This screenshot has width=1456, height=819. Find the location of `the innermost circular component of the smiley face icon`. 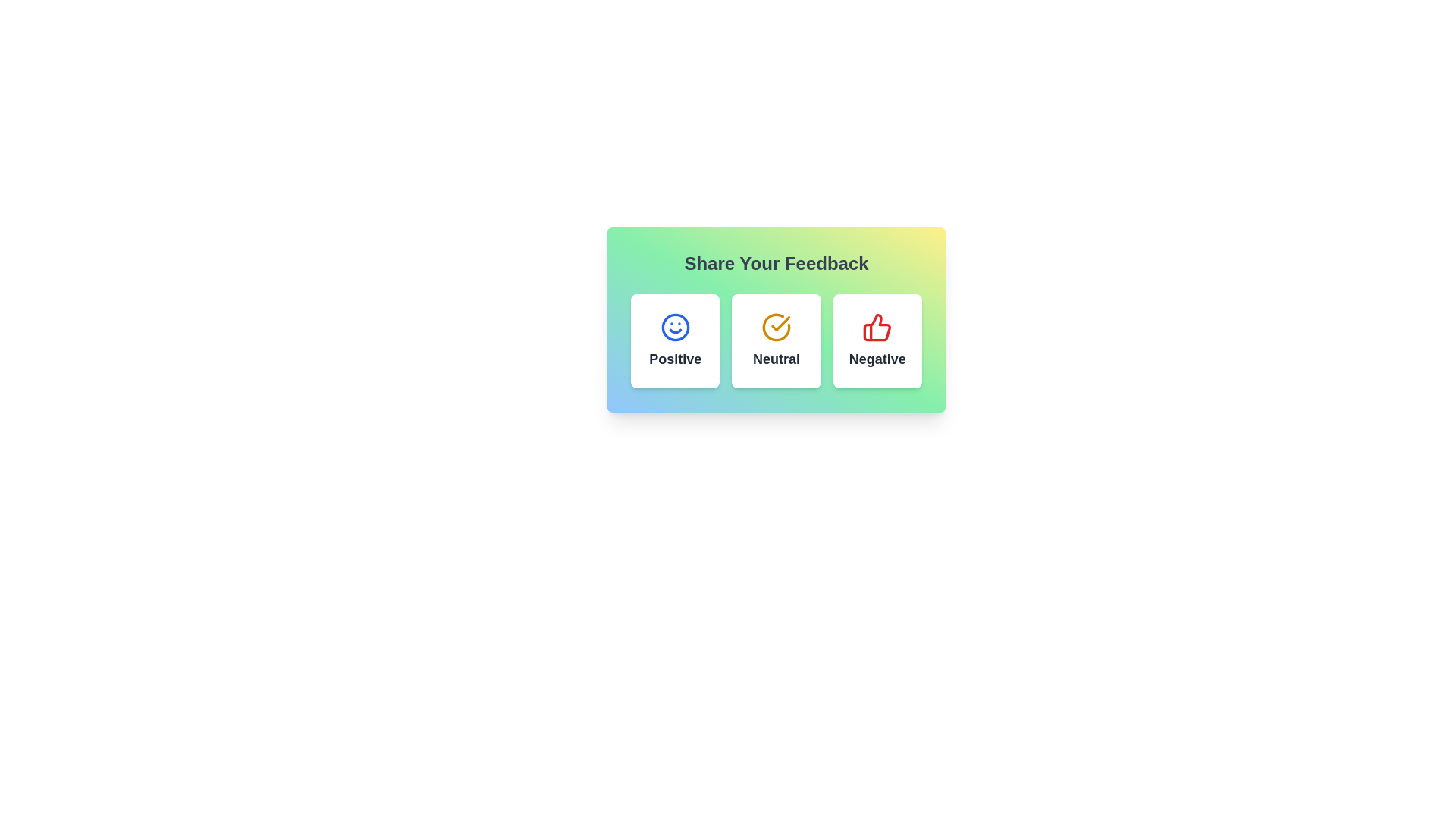

the innermost circular component of the smiley face icon is located at coordinates (674, 327).